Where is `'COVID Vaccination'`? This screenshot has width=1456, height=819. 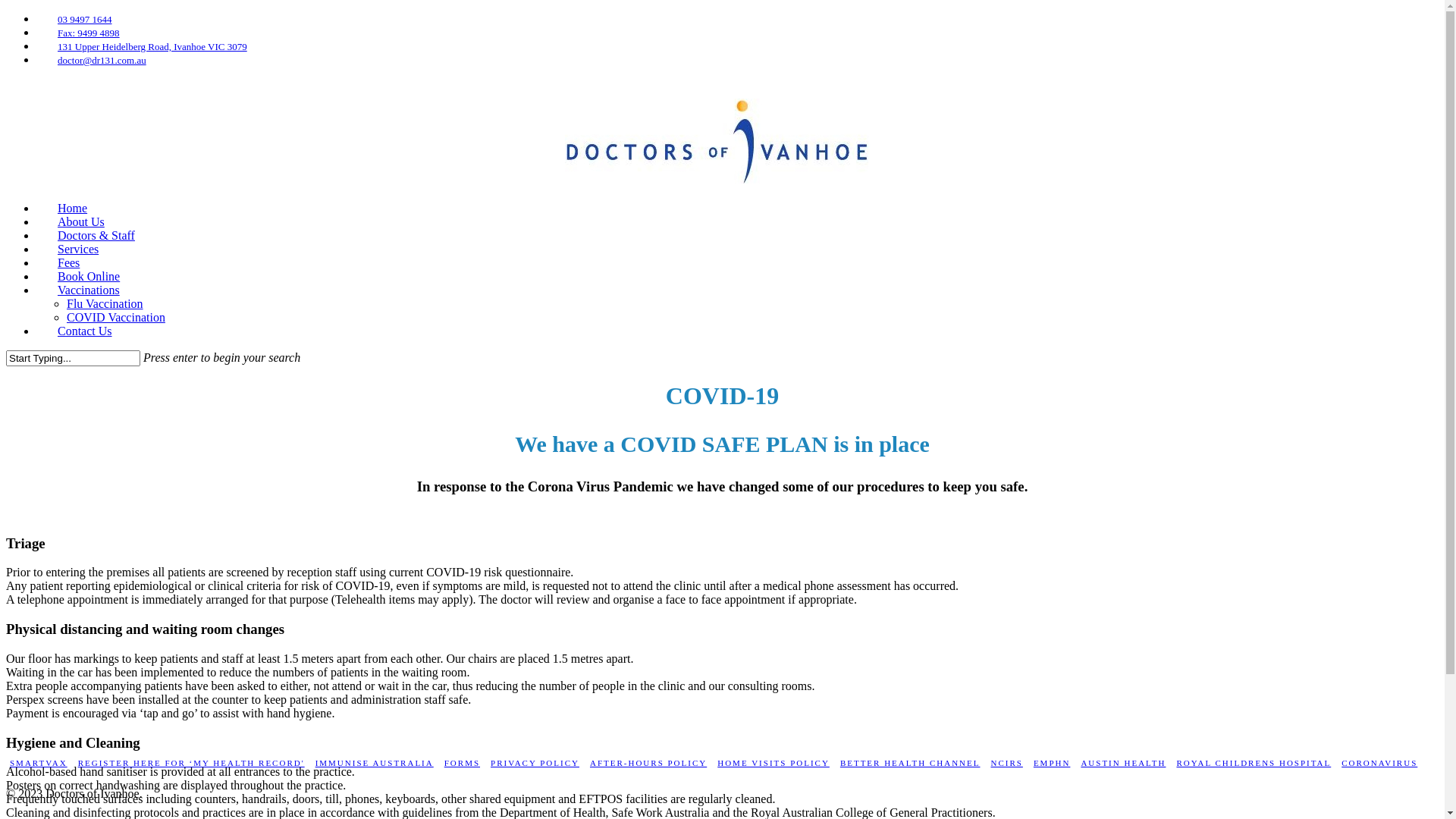 'COVID Vaccination' is located at coordinates (115, 316).